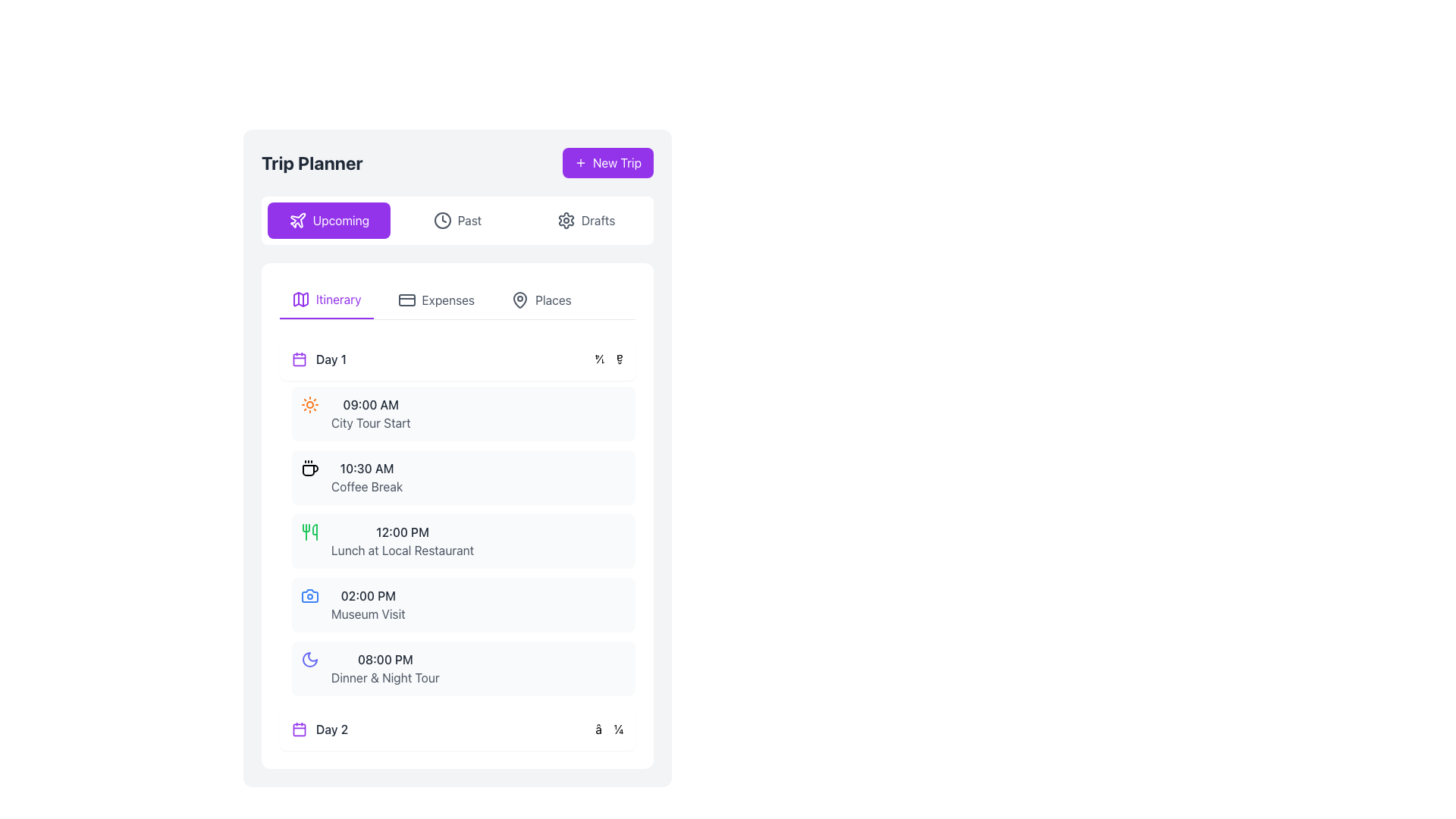 The width and height of the screenshot is (1456, 819). Describe the element at coordinates (325, 300) in the screenshot. I see `the 'Itinerary' tab, which features a map icon and has a purple border and text` at that location.